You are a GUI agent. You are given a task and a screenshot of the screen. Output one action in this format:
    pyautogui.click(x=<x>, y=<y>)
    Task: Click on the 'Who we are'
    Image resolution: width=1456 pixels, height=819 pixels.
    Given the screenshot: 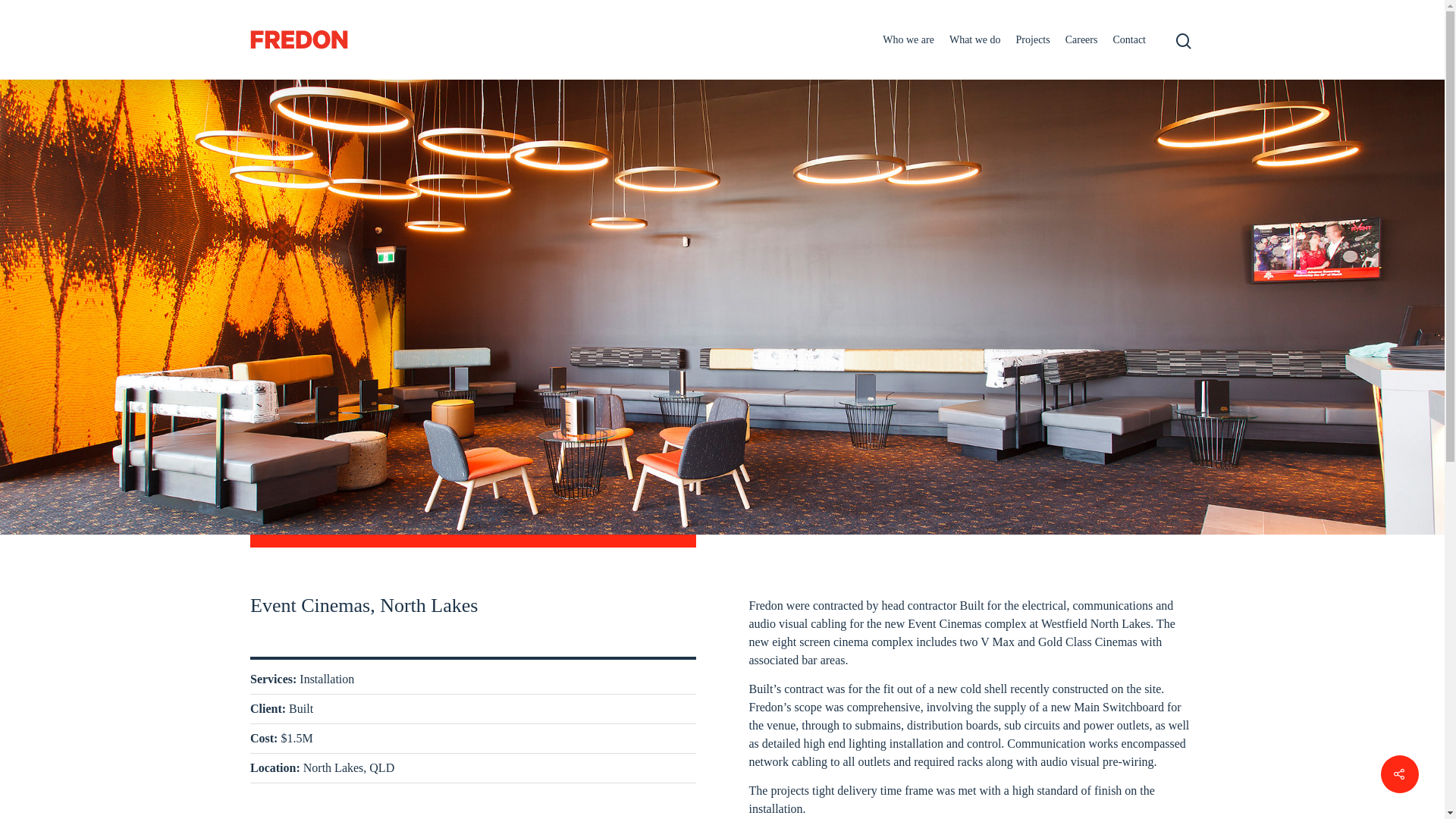 What is the action you would take?
    pyautogui.click(x=908, y=38)
    